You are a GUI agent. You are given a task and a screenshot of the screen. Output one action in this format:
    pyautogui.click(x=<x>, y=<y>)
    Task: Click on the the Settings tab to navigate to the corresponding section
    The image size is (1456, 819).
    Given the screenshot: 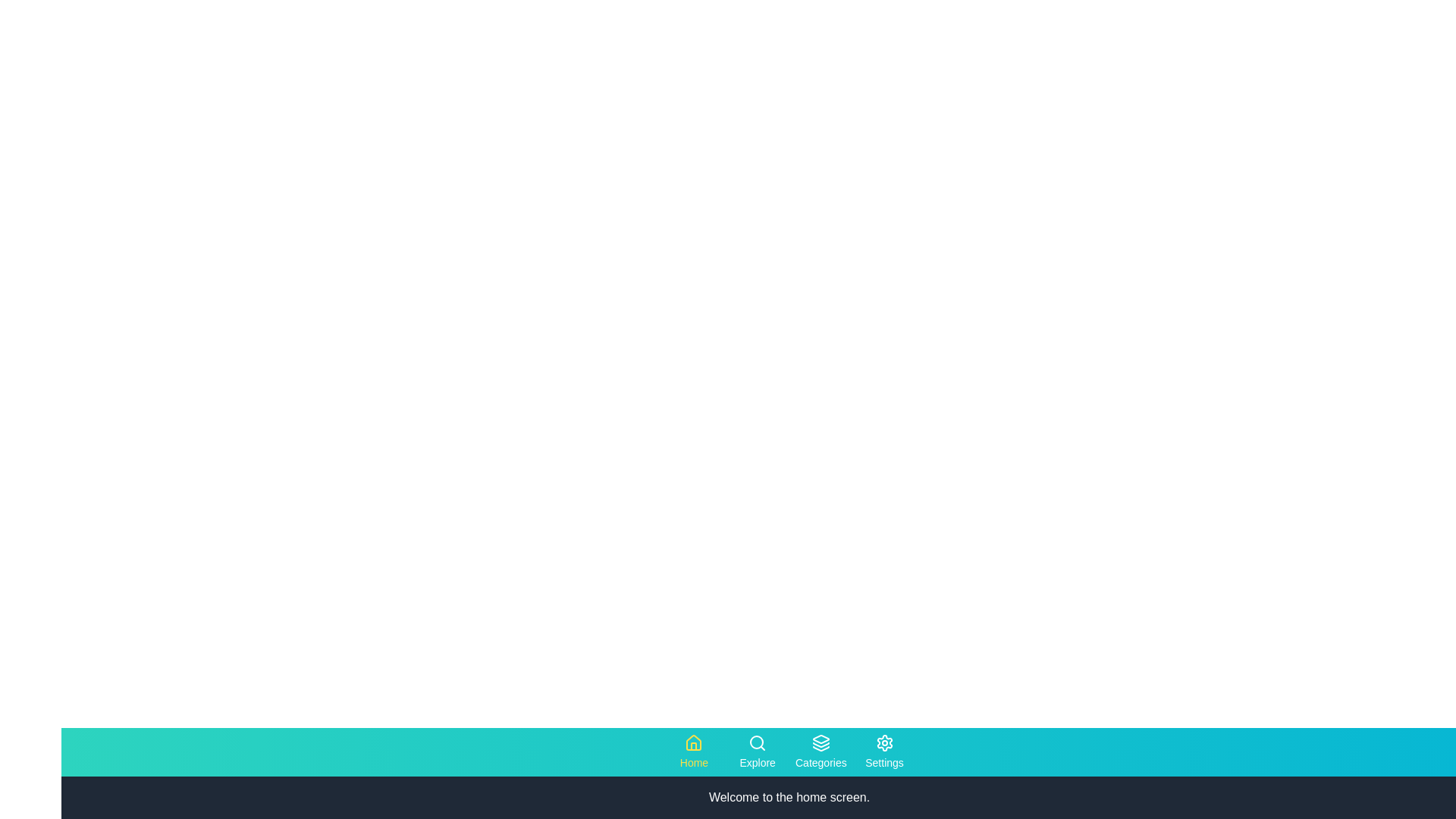 What is the action you would take?
    pyautogui.click(x=884, y=752)
    